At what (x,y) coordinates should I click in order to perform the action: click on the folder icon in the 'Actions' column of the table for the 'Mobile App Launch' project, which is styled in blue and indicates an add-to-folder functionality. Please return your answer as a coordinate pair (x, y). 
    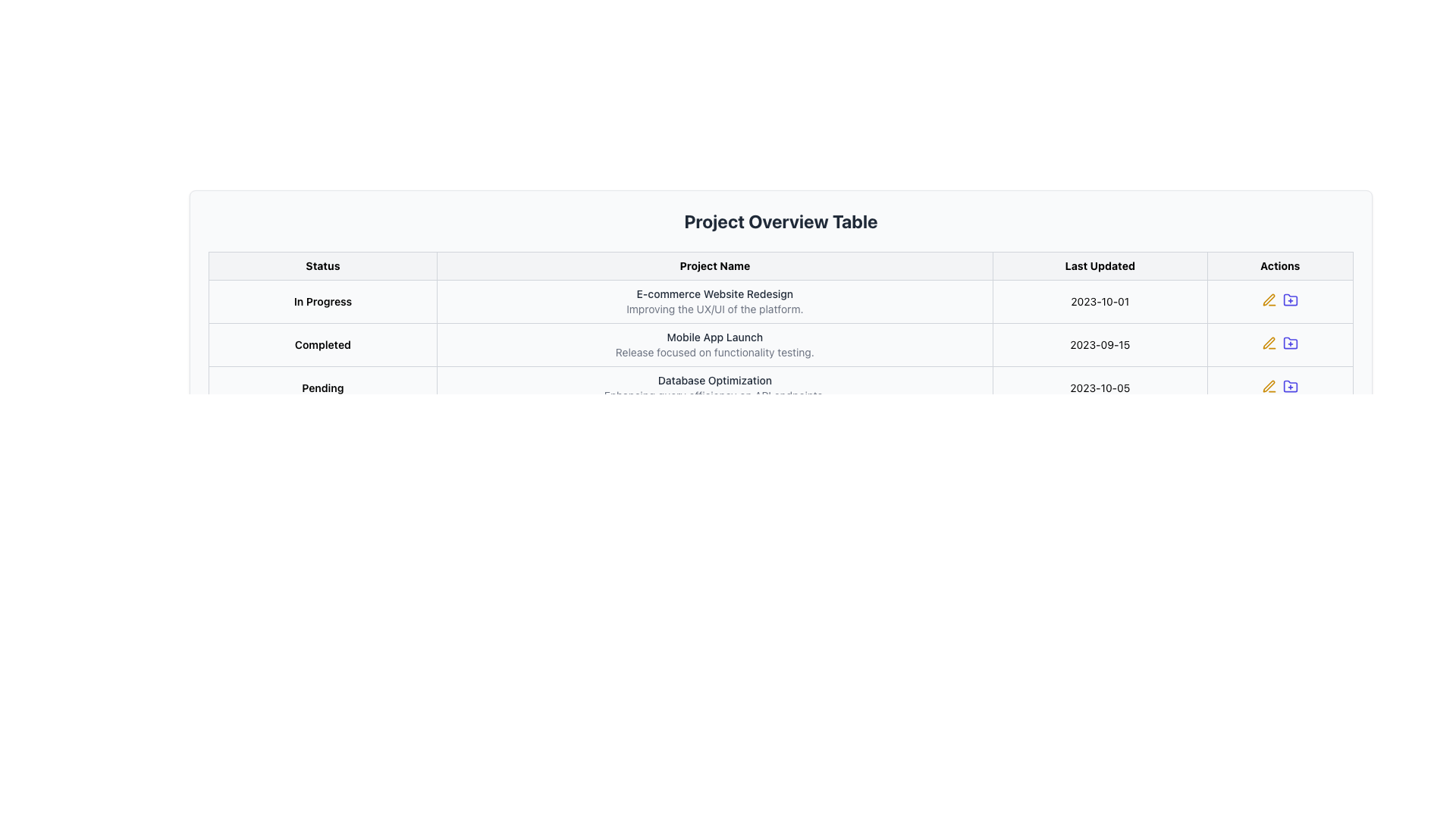
    Looking at the image, I should click on (1279, 345).